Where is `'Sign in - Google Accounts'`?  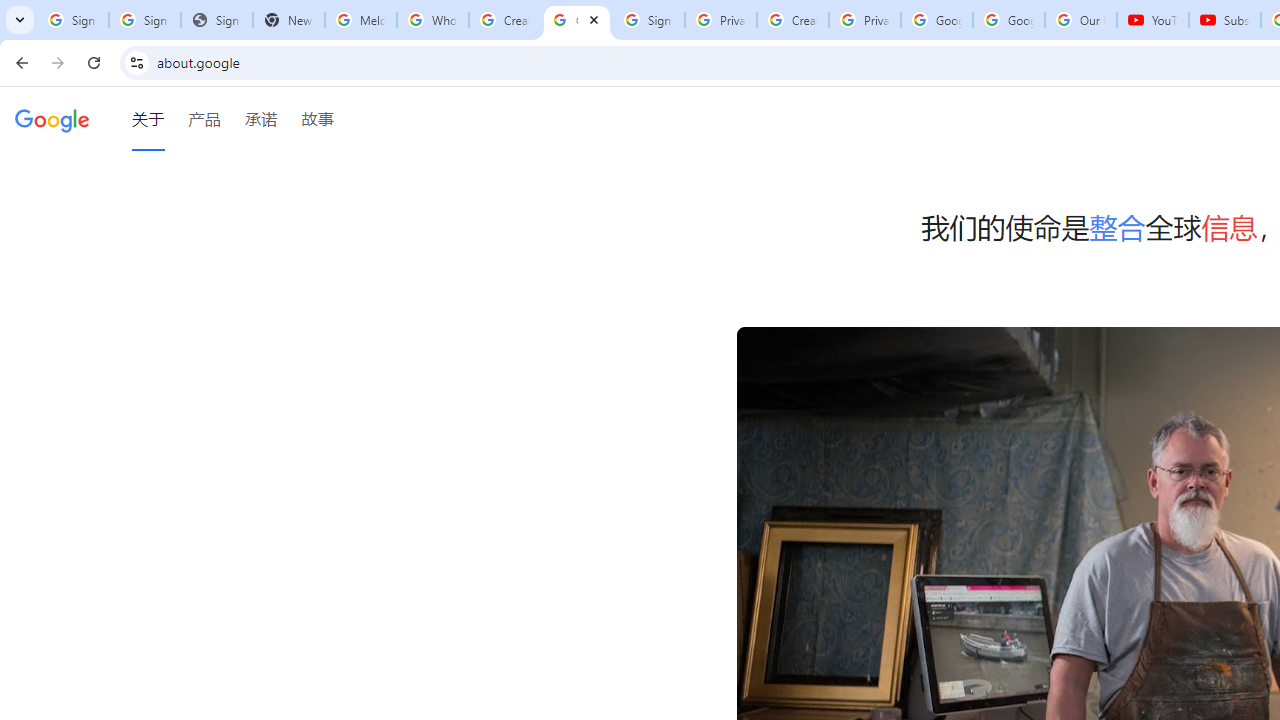 'Sign in - Google Accounts' is located at coordinates (143, 20).